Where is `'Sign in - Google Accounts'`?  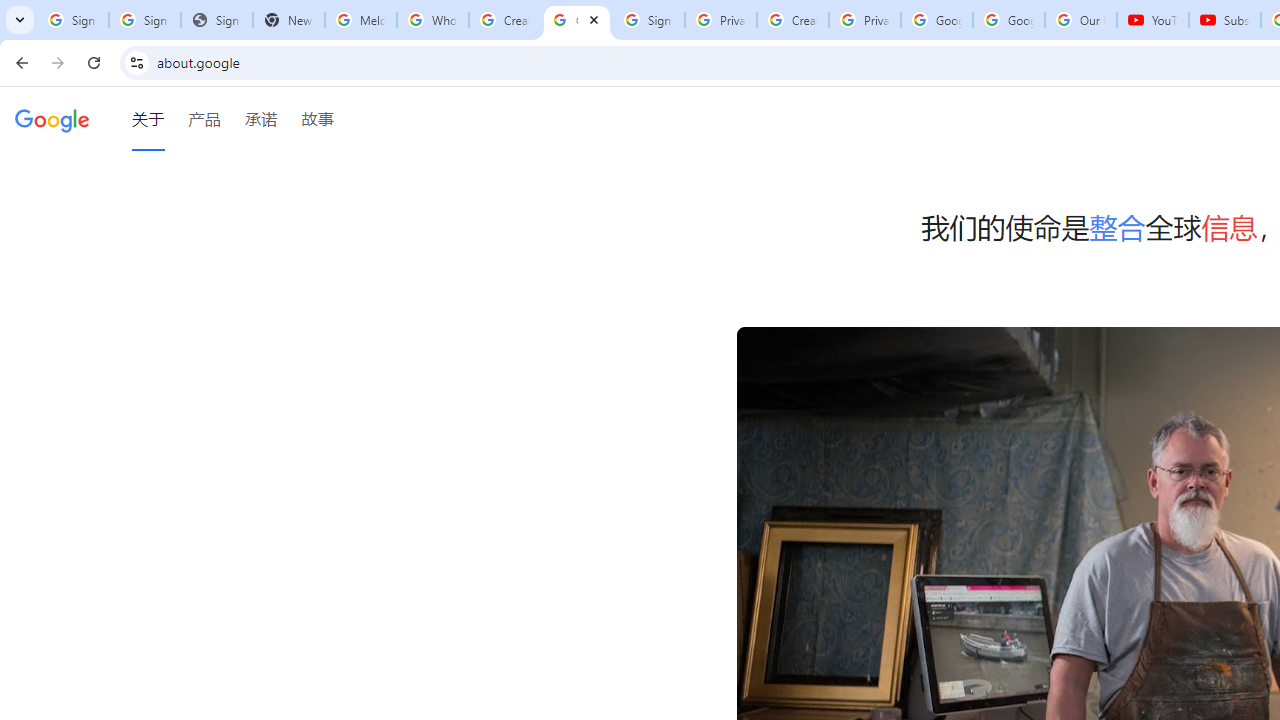 'Sign in - Google Accounts' is located at coordinates (143, 20).